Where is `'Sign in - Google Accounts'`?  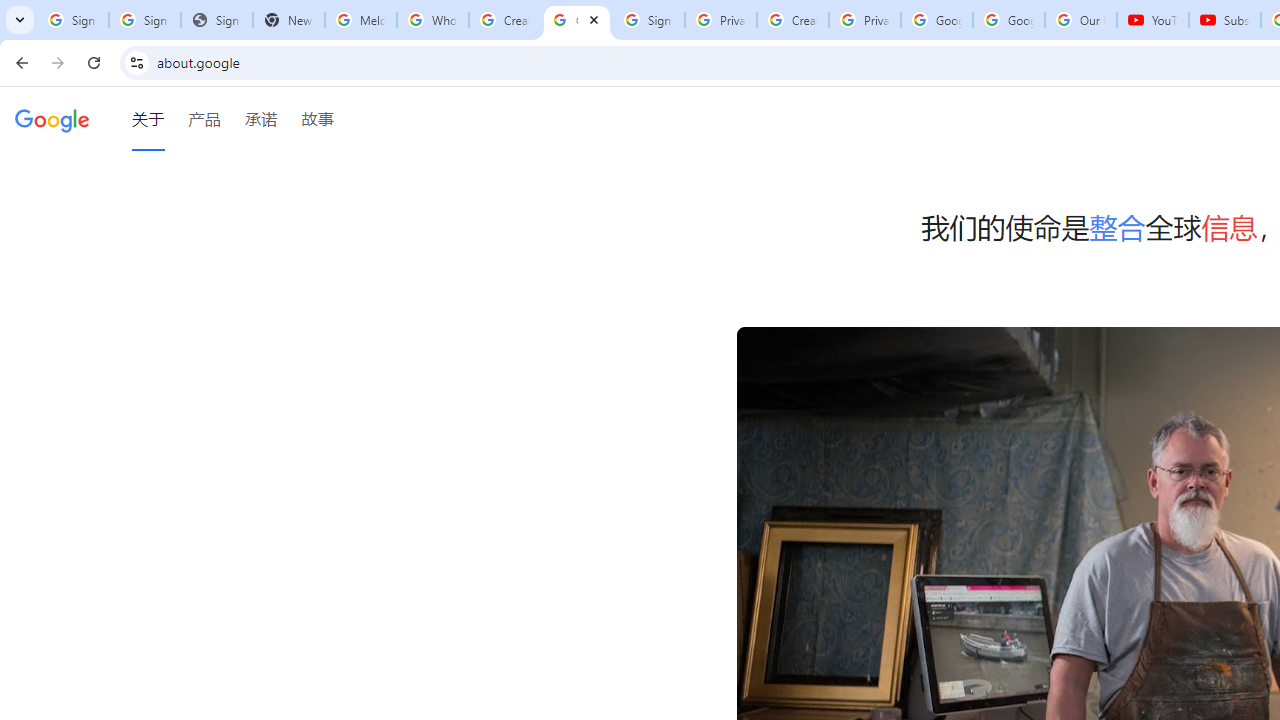 'Sign in - Google Accounts' is located at coordinates (143, 20).